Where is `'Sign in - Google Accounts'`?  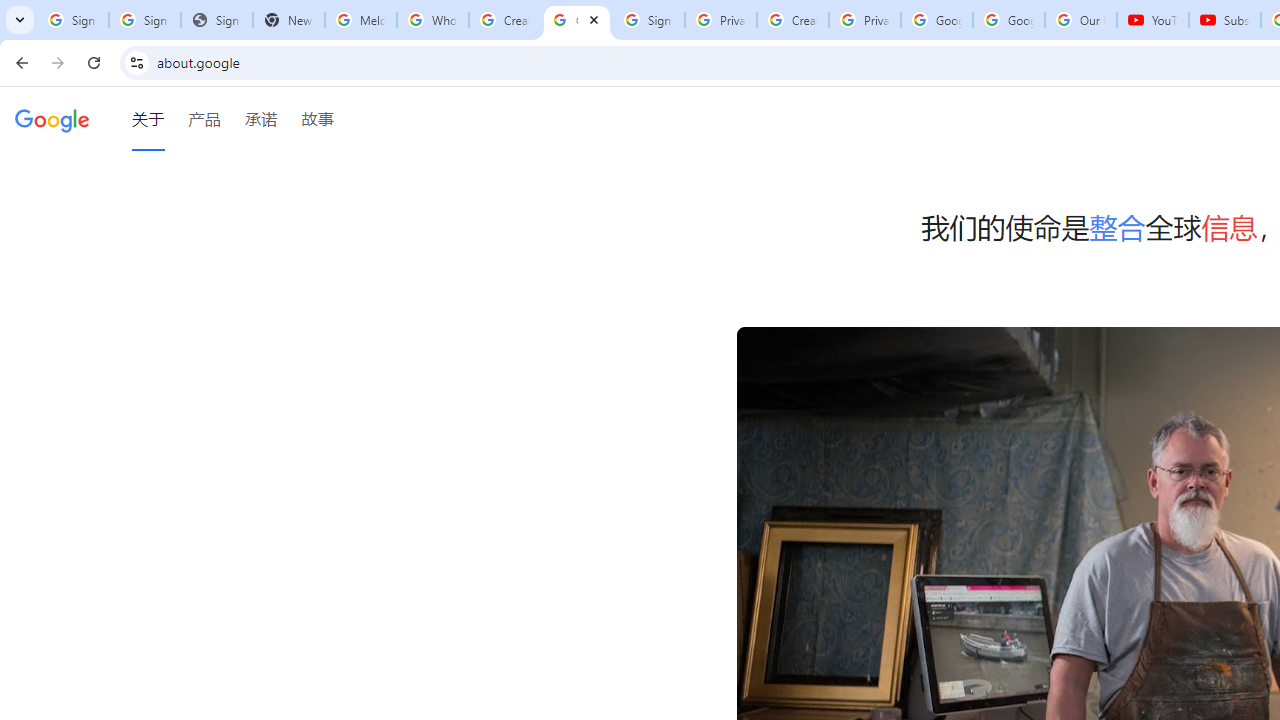 'Sign in - Google Accounts' is located at coordinates (143, 20).